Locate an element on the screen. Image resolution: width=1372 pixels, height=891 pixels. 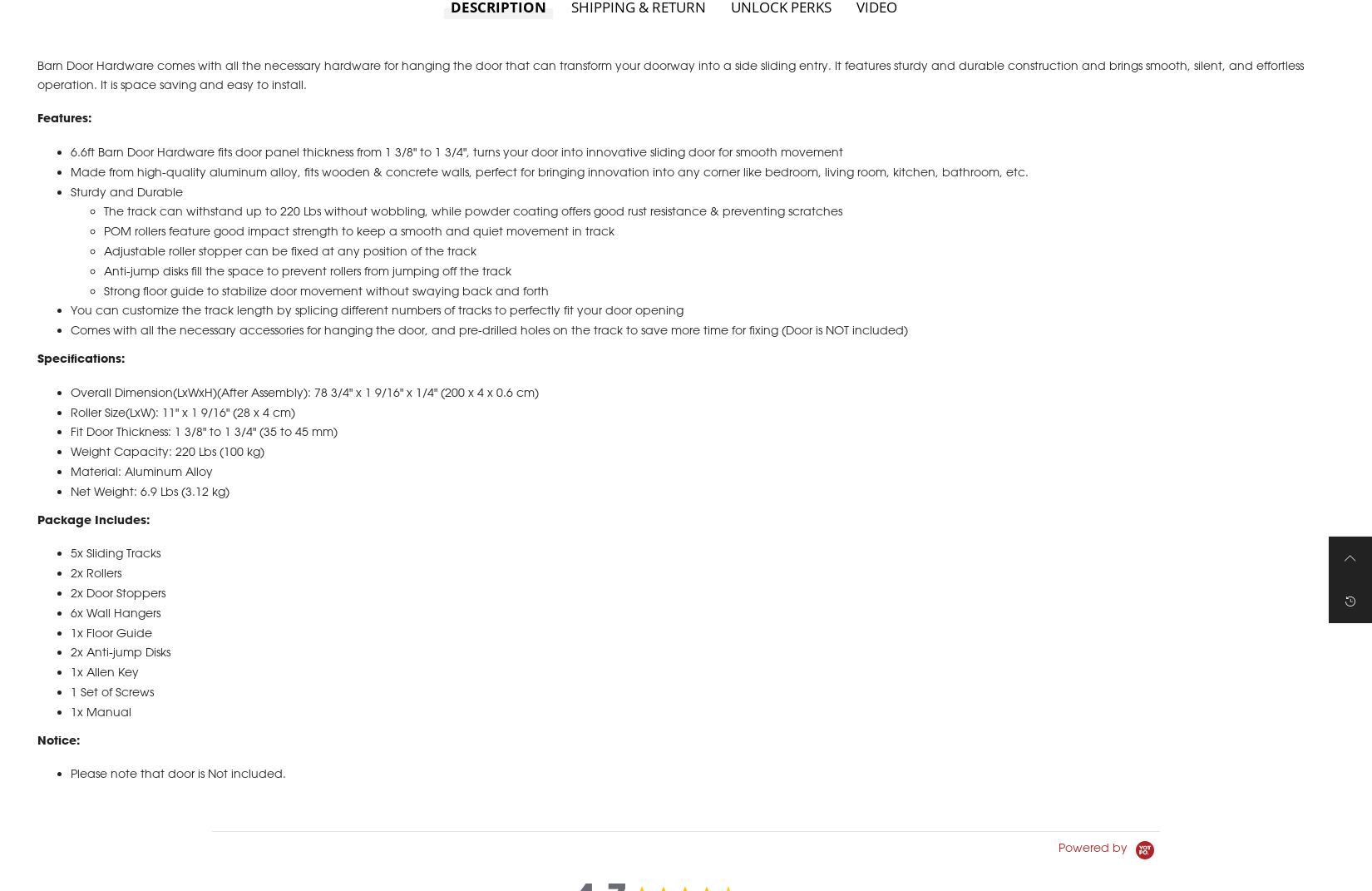
'1 Set of Screws' is located at coordinates (70, 710).